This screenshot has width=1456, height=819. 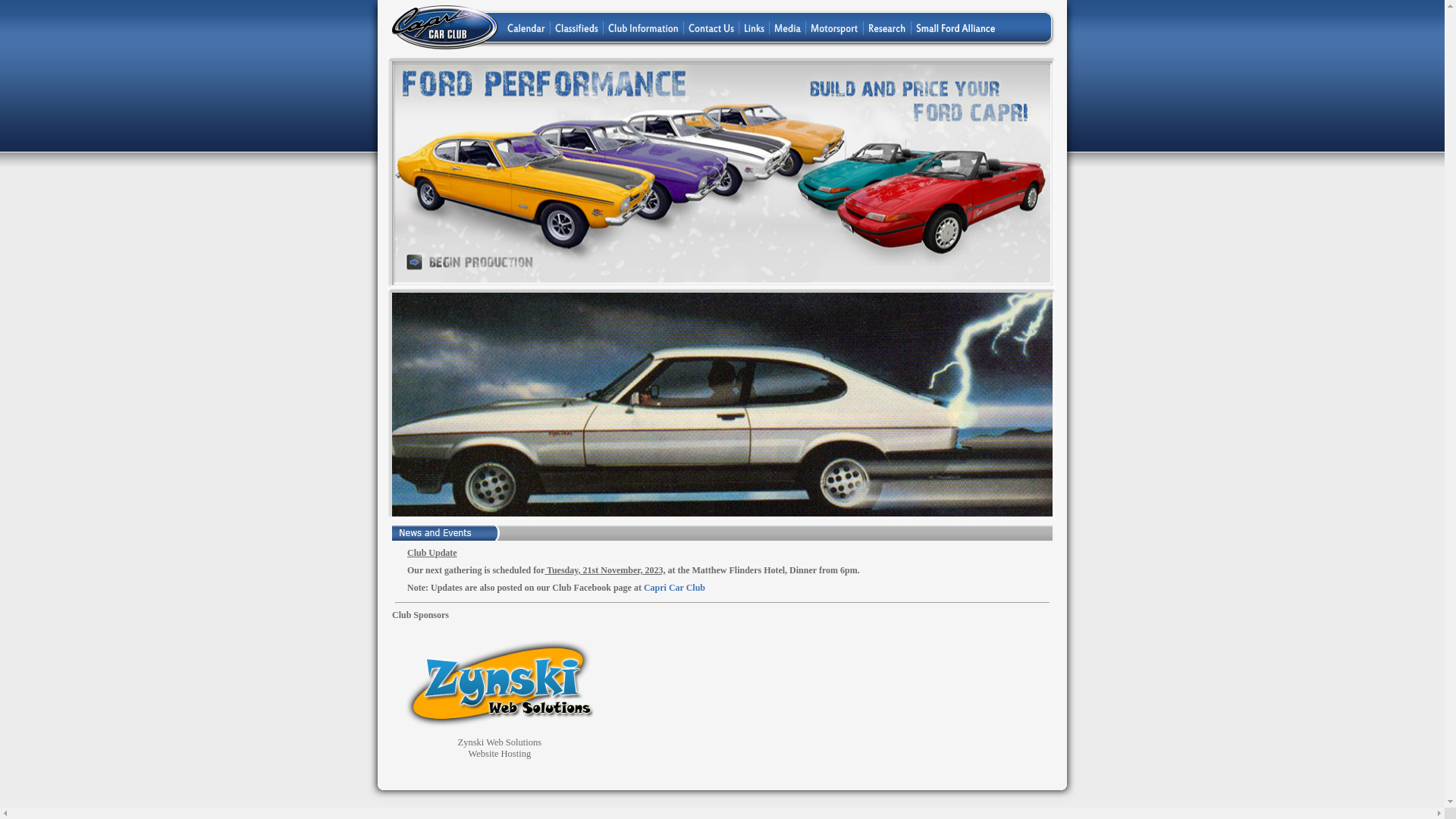 I want to click on 'Capri Car Club', so click(x=673, y=587).